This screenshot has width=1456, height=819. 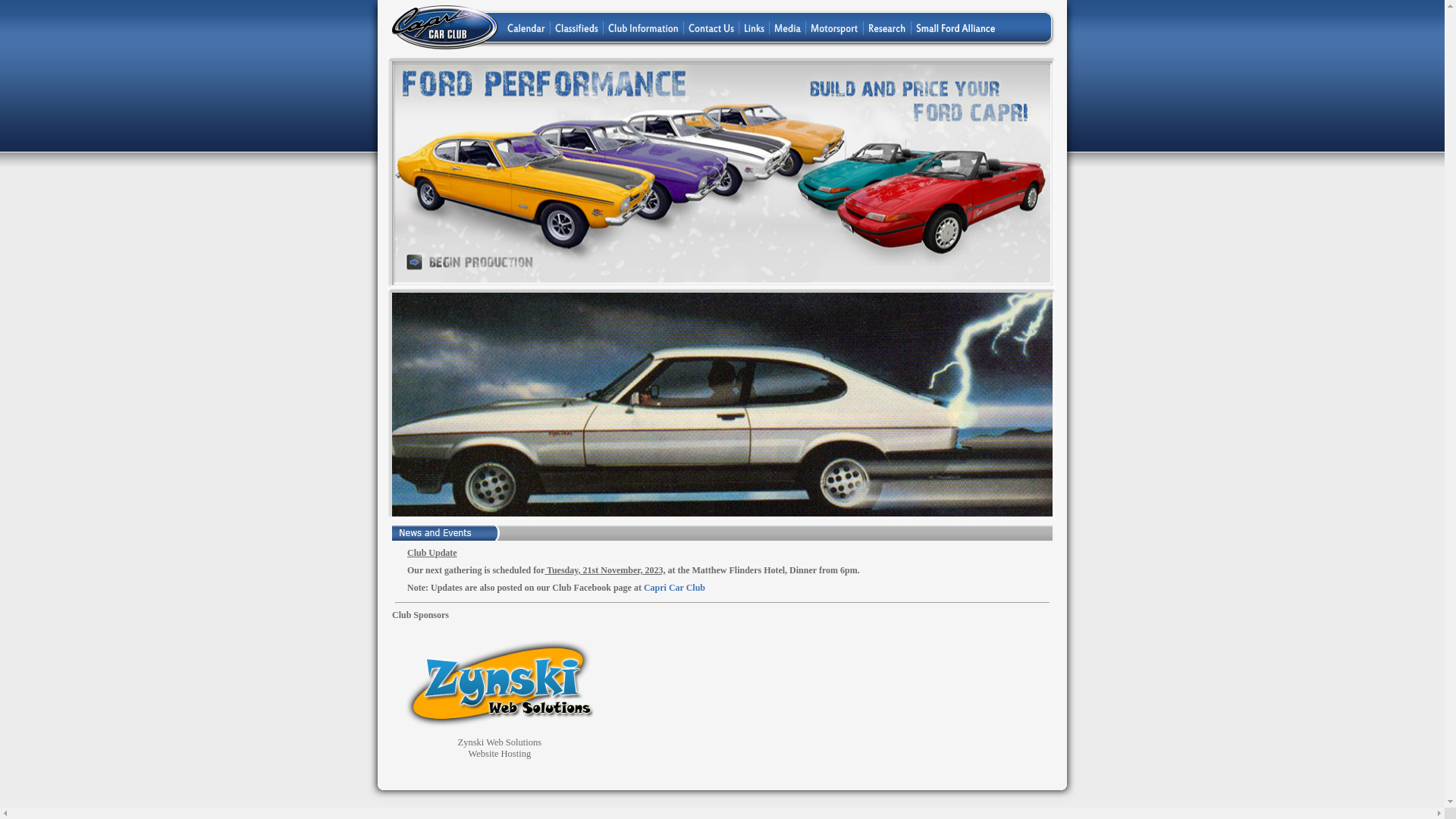 I want to click on 'Capri Car Club', so click(x=673, y=587).